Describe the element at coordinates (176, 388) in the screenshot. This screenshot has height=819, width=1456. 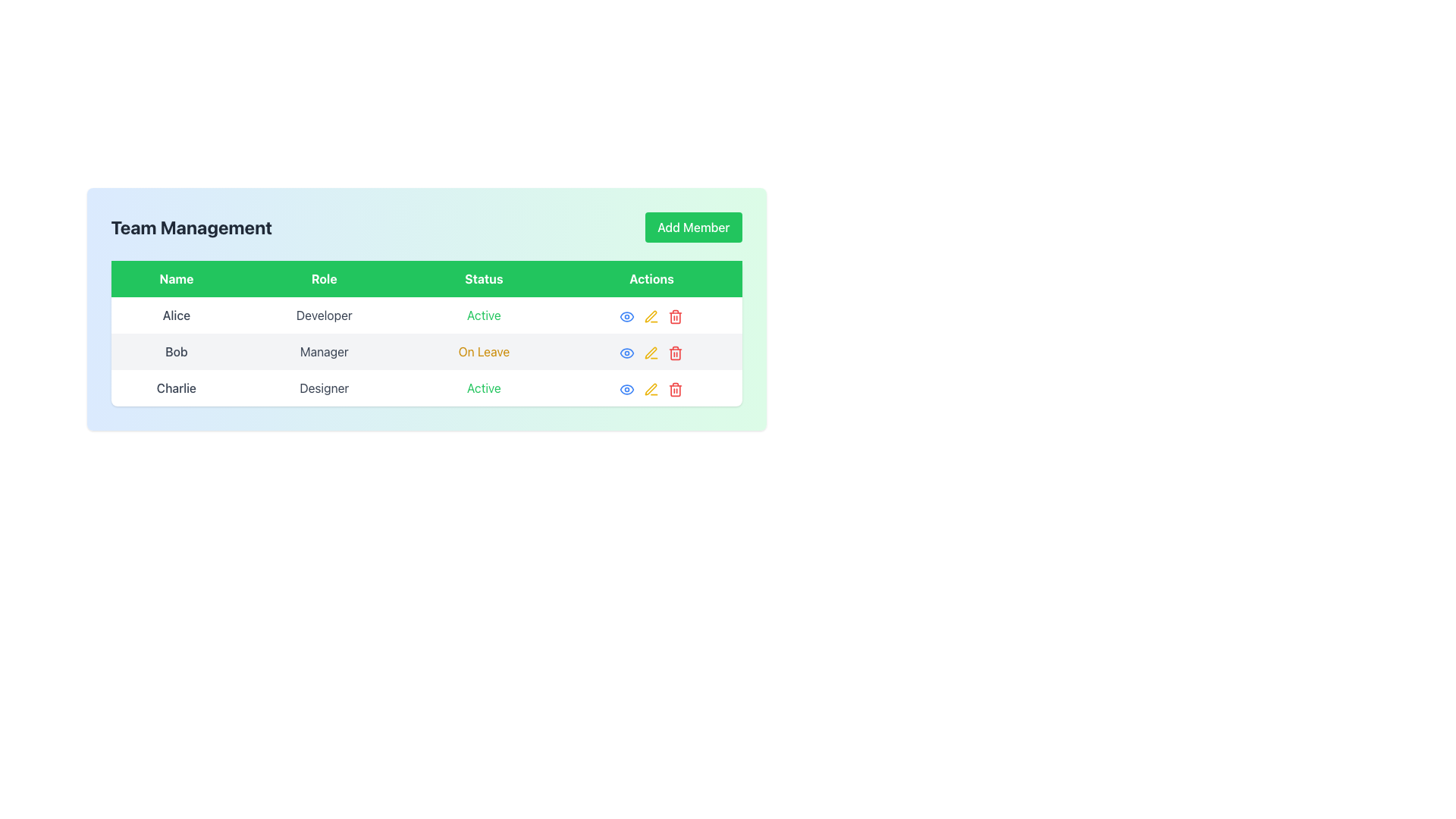
I see `text of the label displaying the name 'Charlie' in the user management UI, located in the third row of the table under the 'Name' column` at that location.